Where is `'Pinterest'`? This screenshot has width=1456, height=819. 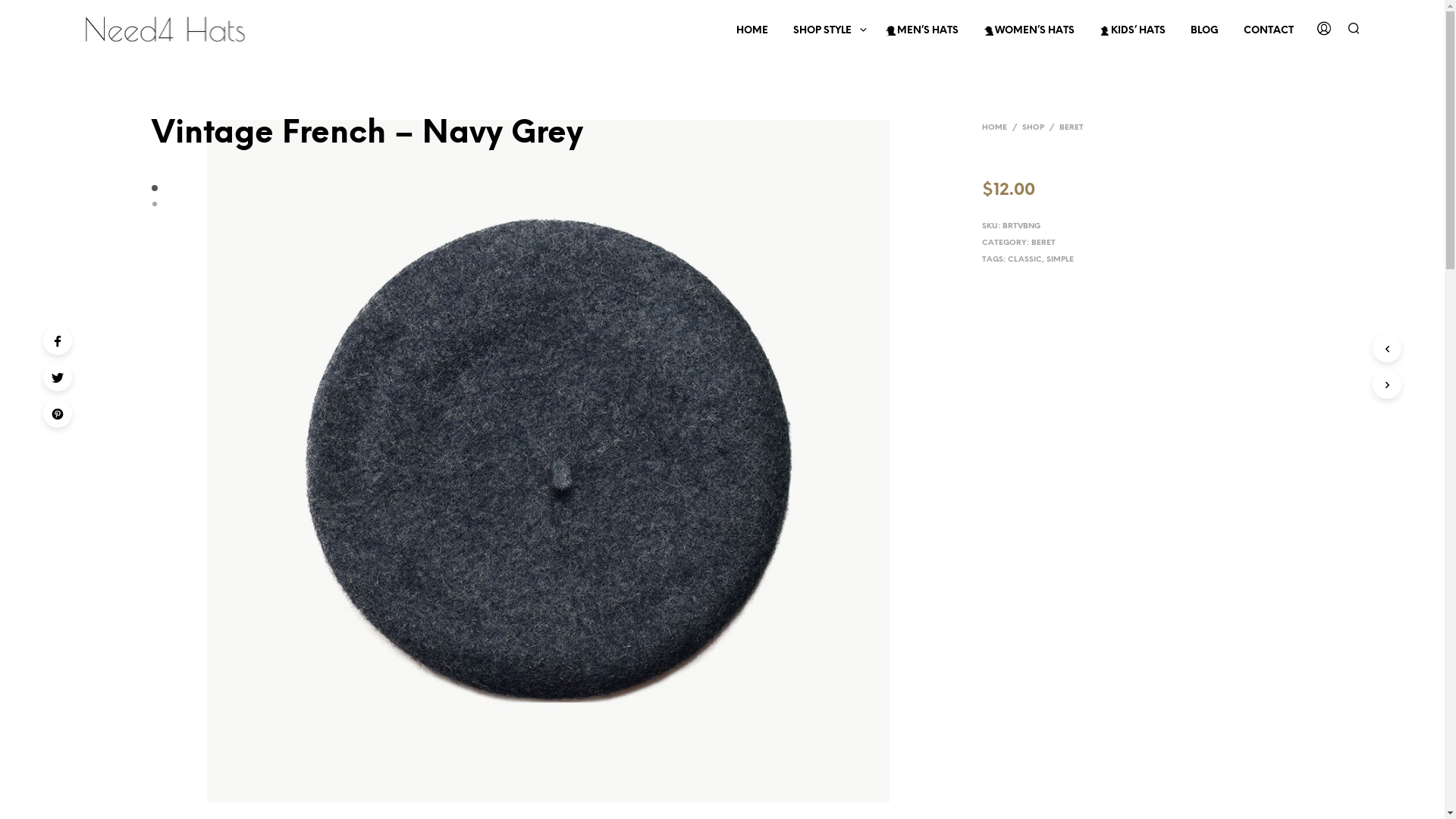
'Pinterest' is located at coordinates (58, 413).